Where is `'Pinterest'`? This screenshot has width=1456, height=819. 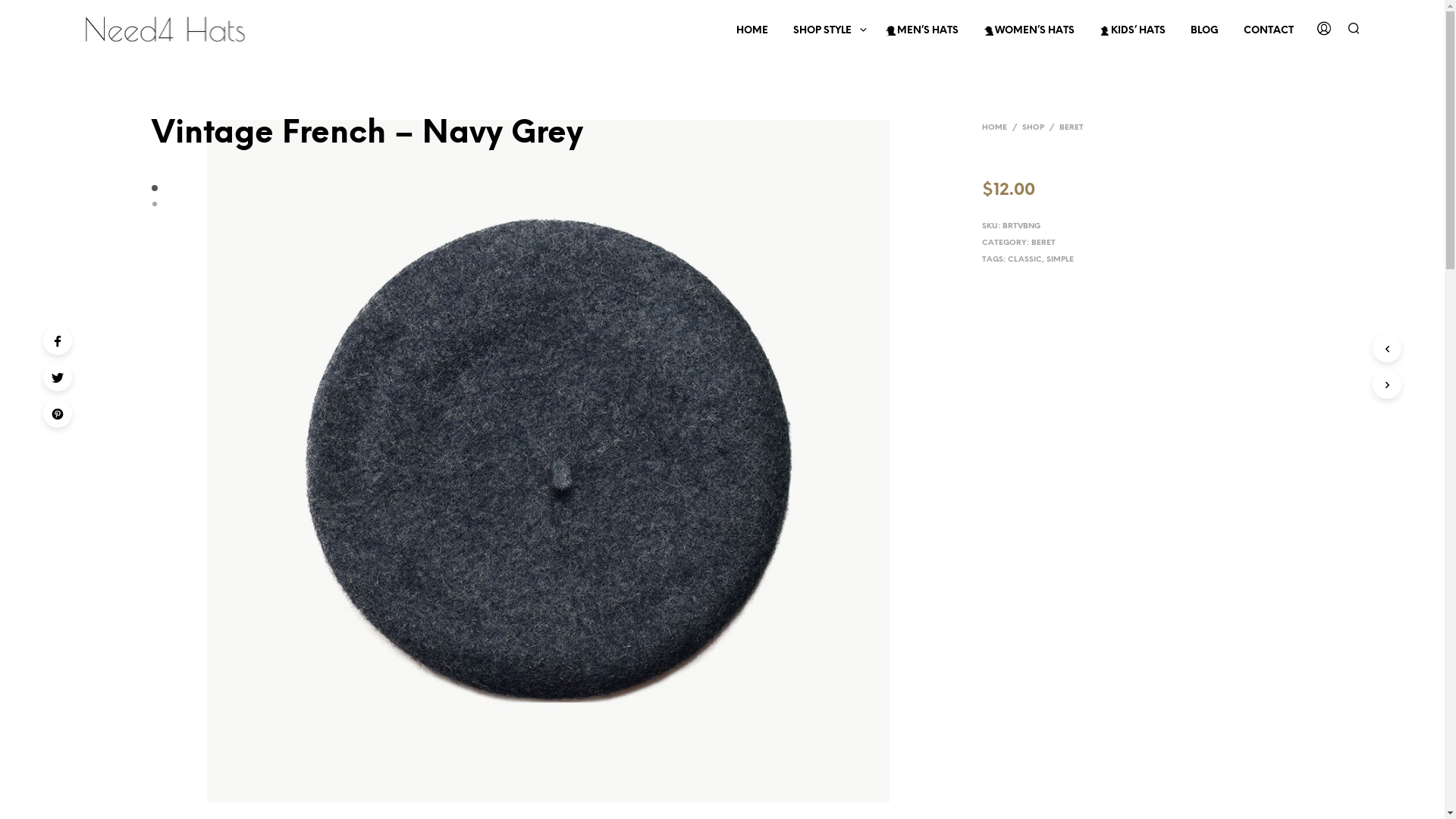
'Pinterest' is located at coordinates (58, 413).